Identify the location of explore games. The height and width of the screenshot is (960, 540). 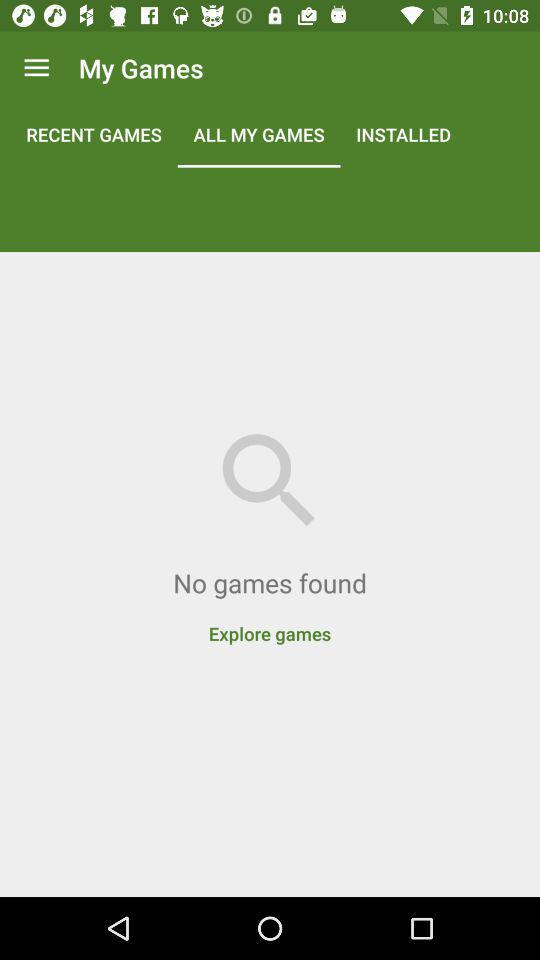
(270, 622).